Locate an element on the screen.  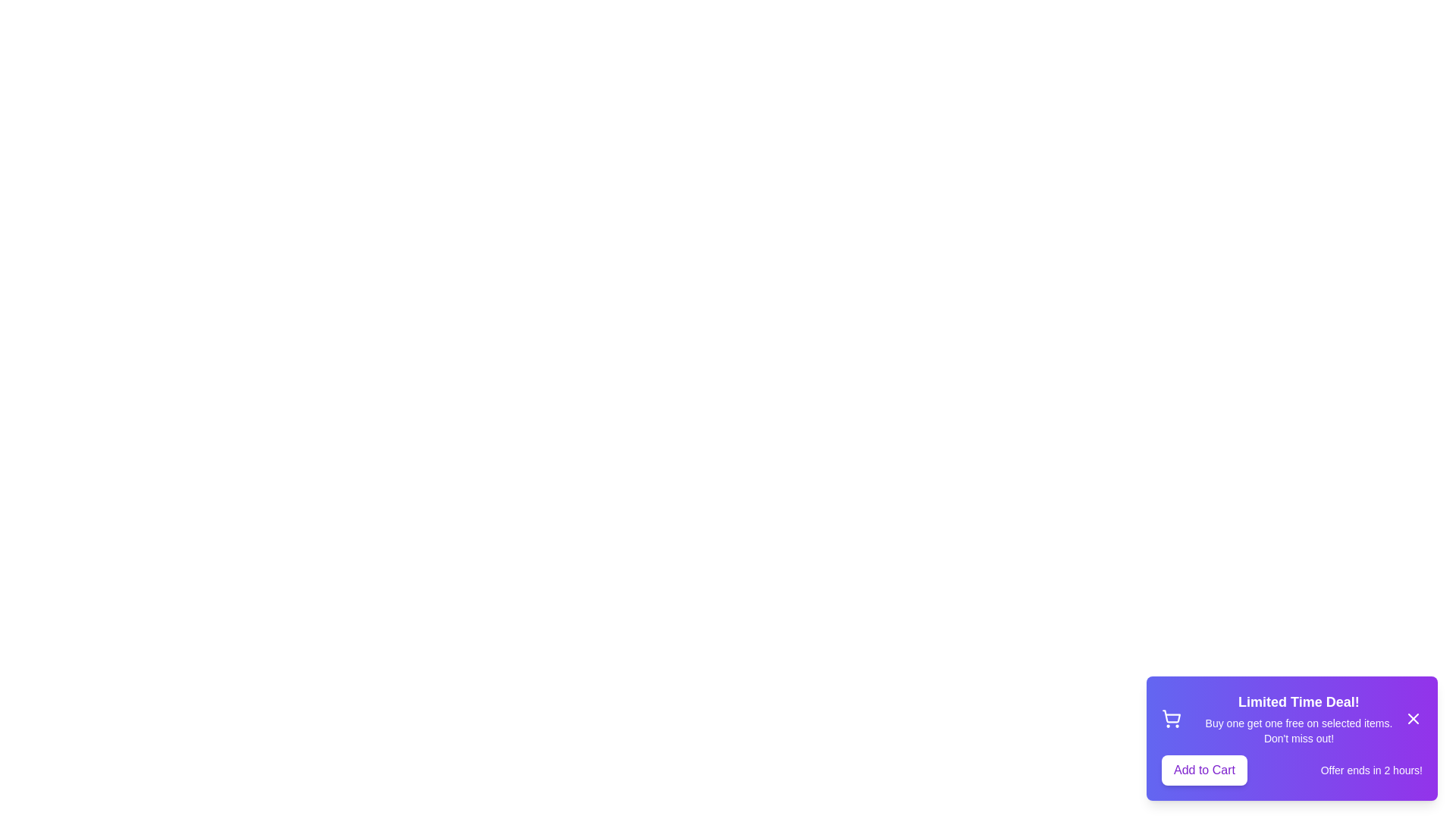
the 'Add to Cart' button to add the item to the cart is located at coordinates (1203, 770).